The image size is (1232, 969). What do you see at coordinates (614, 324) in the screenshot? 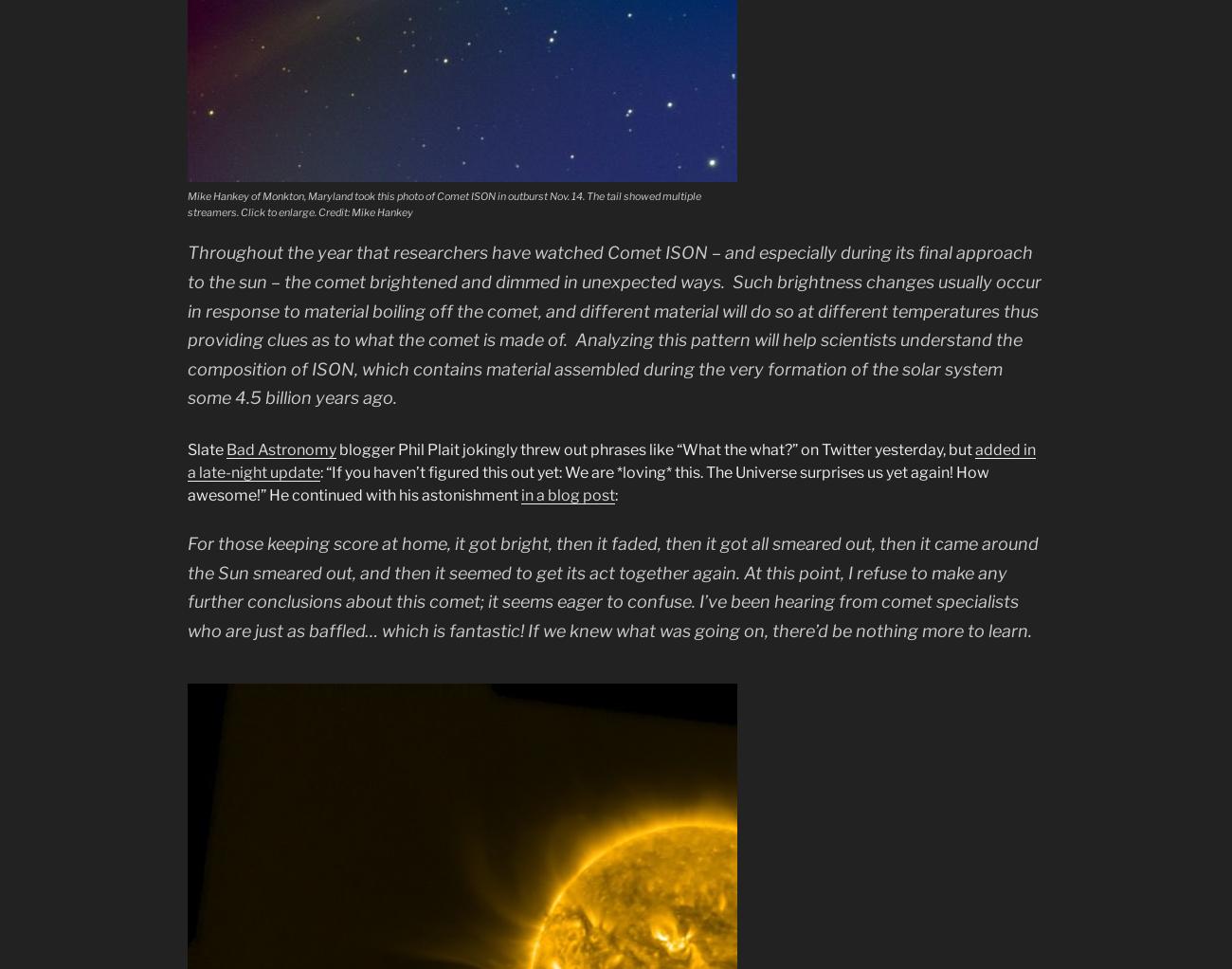
I see `'Throughout the year that researchers have watched Comet ISON – and especially during its final approach to the sun – the comet brightened and dimmed in unexpected ways.  Such brightness changes usually occur in response to material boiling off the comet, and different material will do so at different temperatures thus providing clues as to what the comet is made of.  Analyzing this pattern will help scientists understand the composition of ISON, which contains material assembled during the very formation of the solar system some 4.5 billion years ago.'` at bounding box center [614, 324].